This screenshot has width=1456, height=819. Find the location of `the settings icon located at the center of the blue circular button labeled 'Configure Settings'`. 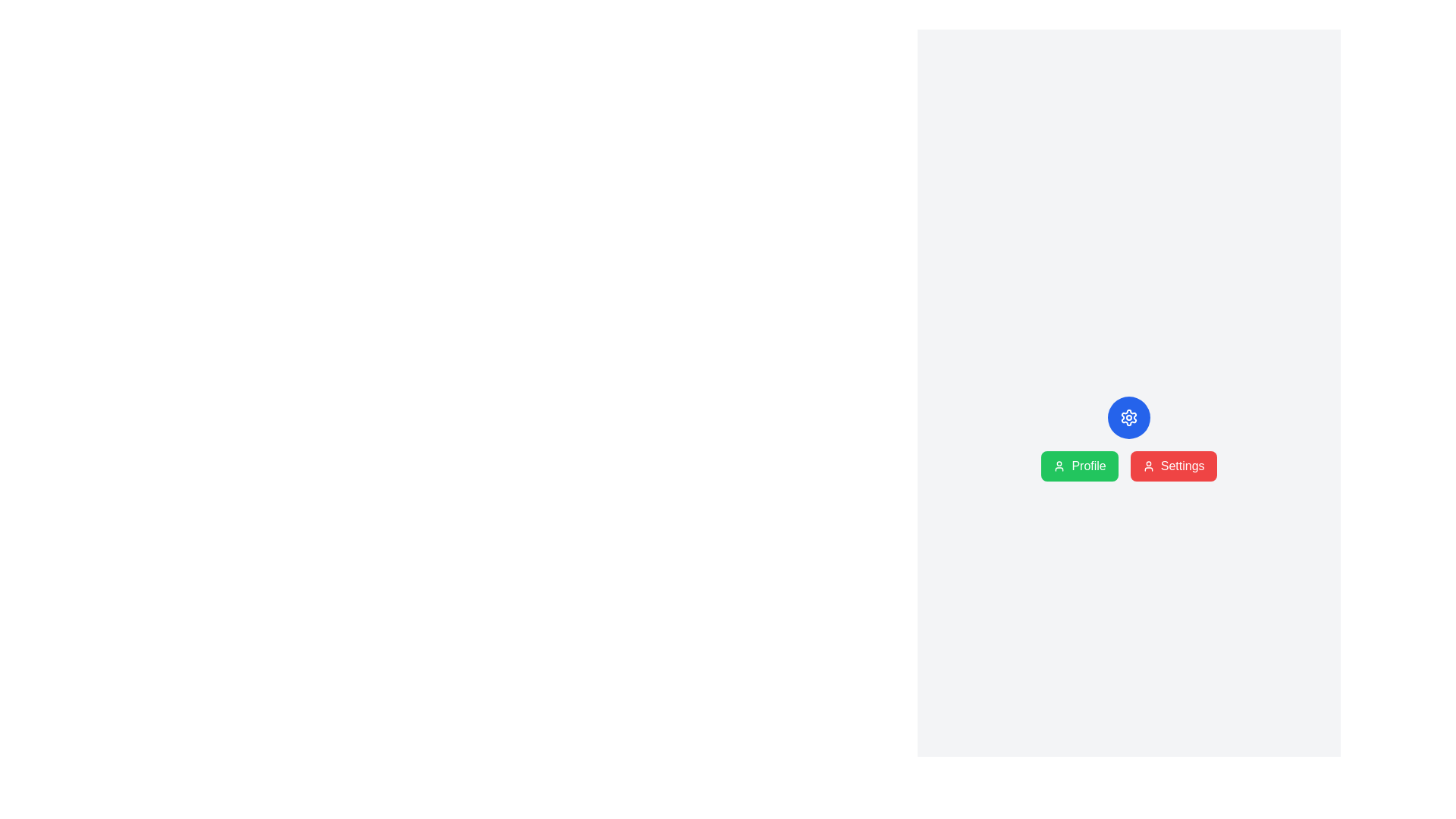

the settings icon located at the center of the blue circular button labeled 'Configure Settings' is located at coordinates (1128, 418).